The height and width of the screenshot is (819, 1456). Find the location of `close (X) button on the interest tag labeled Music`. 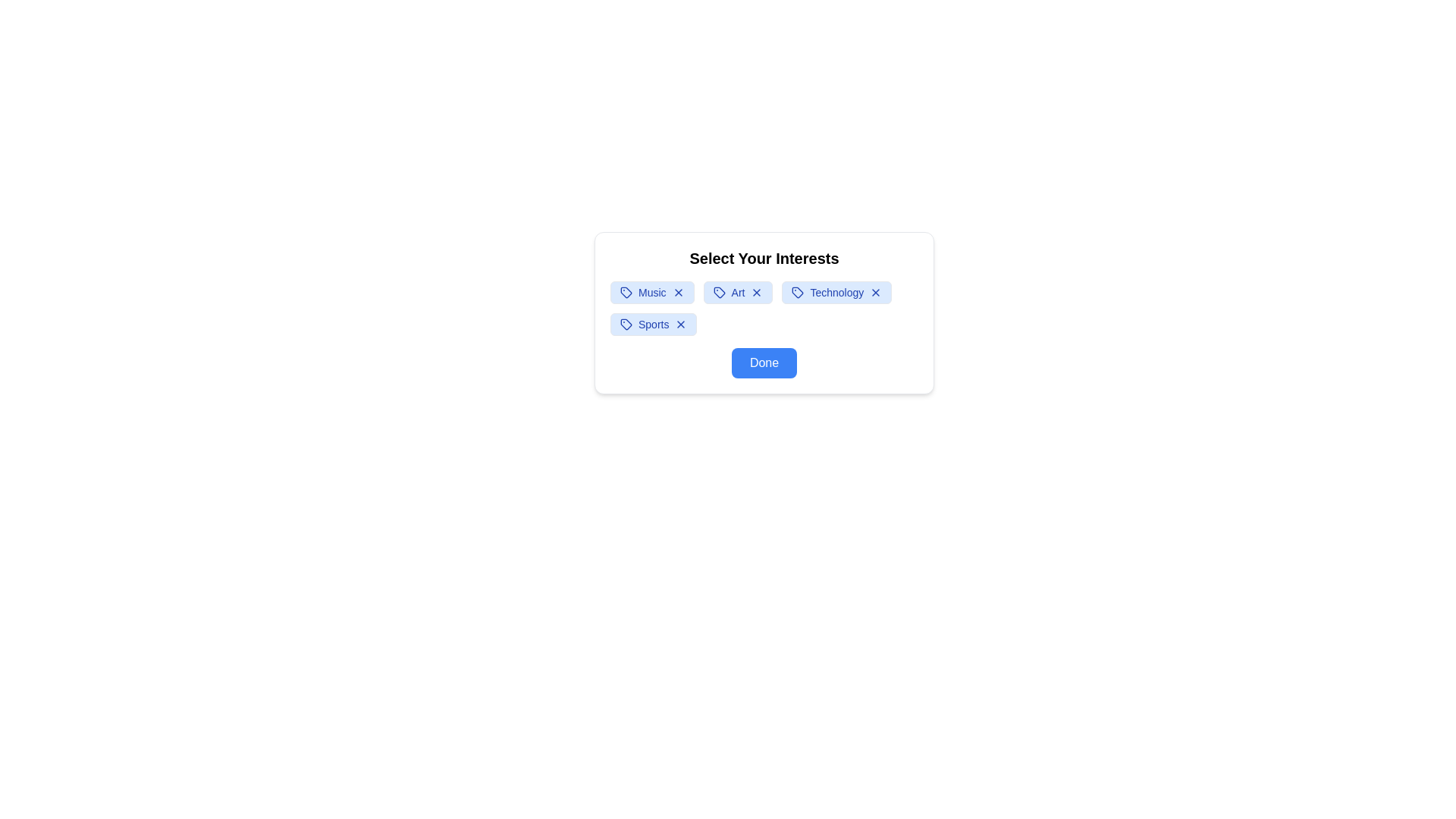

close (X) button on the interest tag labeled Music is located at coordinates (677, 292).